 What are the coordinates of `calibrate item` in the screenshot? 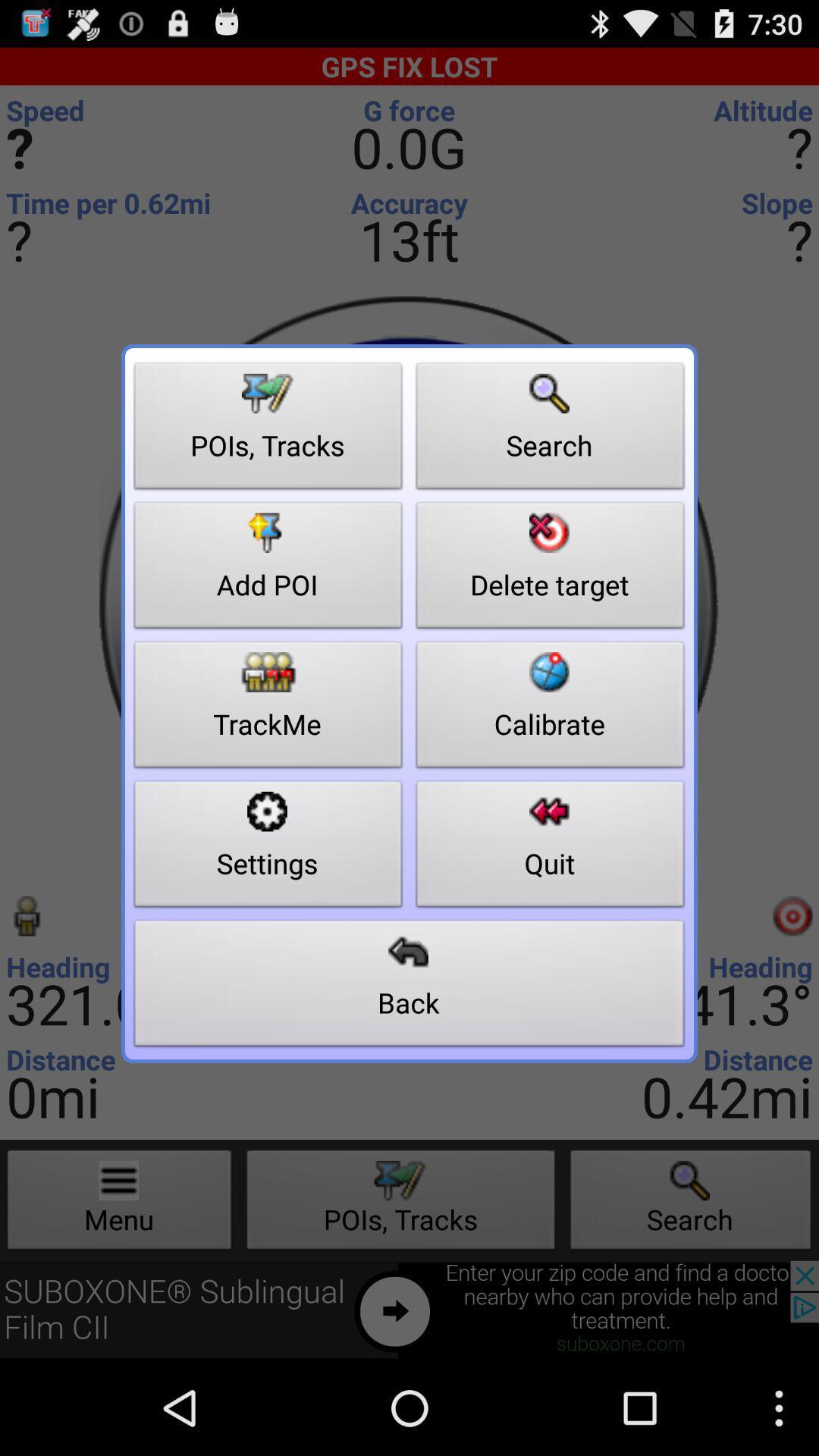 It's located at (550, 708).